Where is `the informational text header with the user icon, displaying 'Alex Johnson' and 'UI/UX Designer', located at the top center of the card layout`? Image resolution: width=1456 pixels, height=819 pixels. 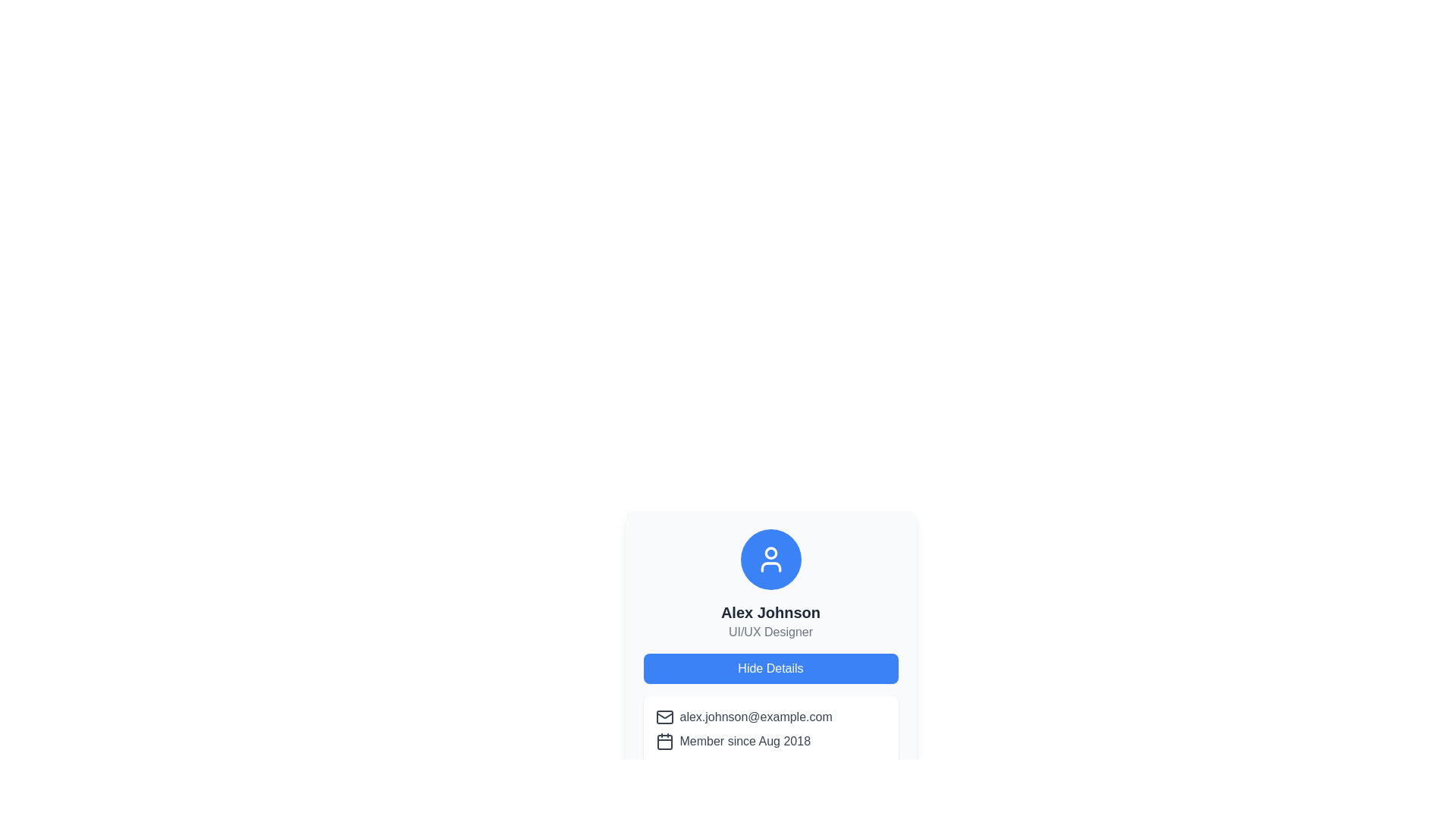 the informational text header with the user icon, displaying 'Alex Johnson' and 'UI/UX Designer', located at the top center of the card layout is located at coordinates (770, 584).